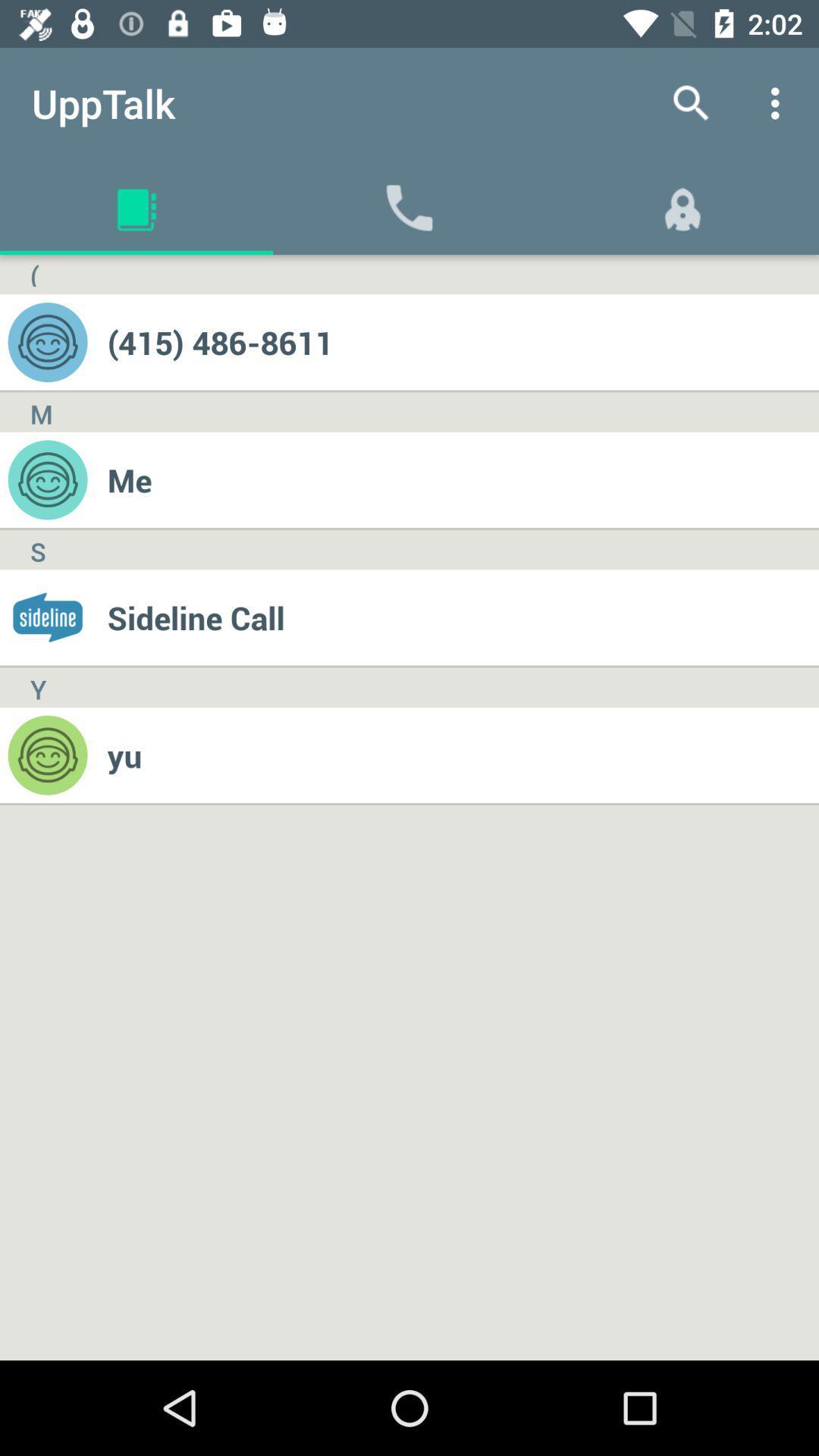 Image resolution: width=819 pixels, height=1456 pixels. I want to click on the item below the me icon, so click(462, 617).